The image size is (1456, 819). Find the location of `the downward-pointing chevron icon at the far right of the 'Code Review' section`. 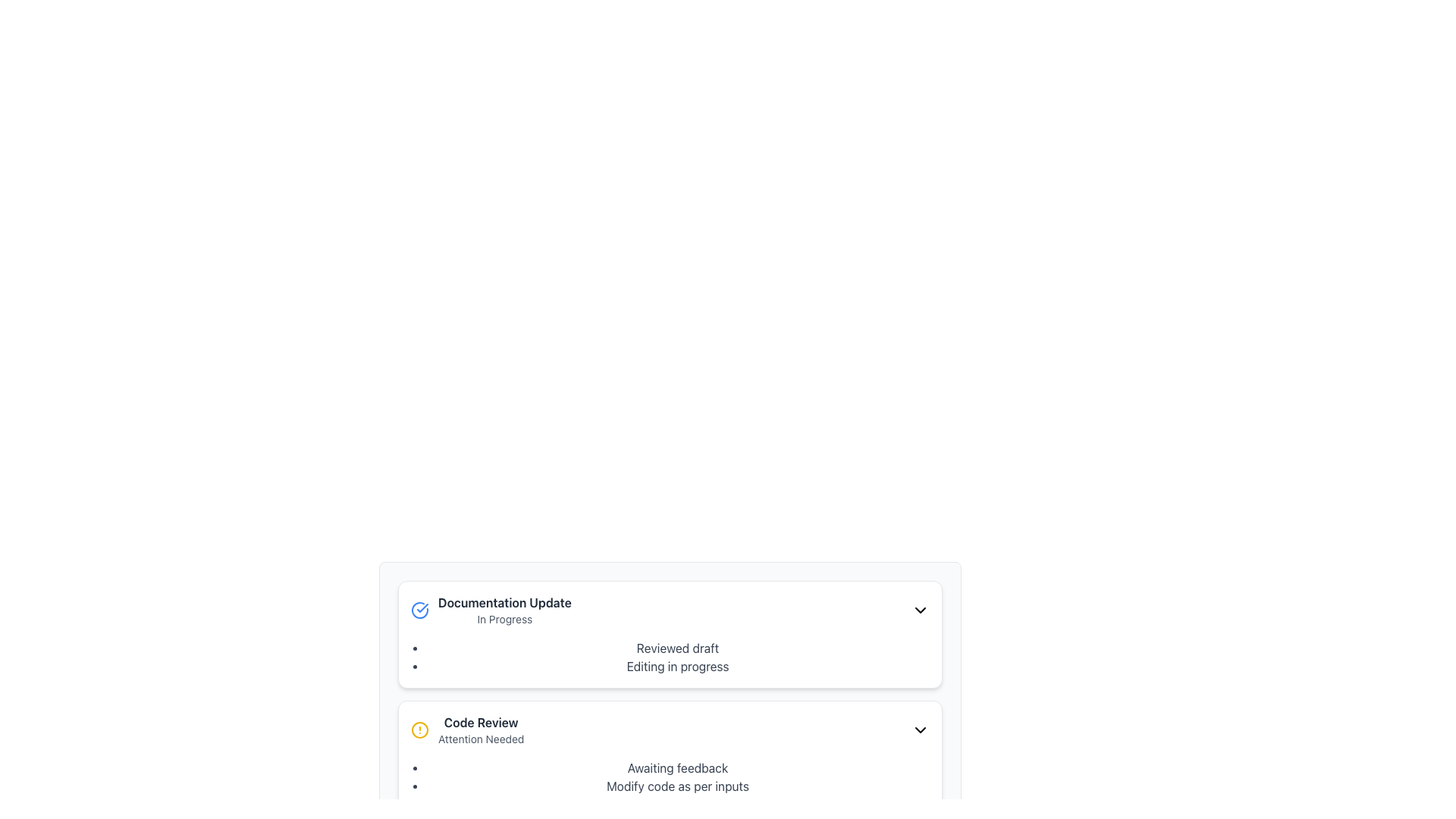

the downward-pointing chevron icon at the far right of the 'Code Review' section is located at coordinates (920, 730).